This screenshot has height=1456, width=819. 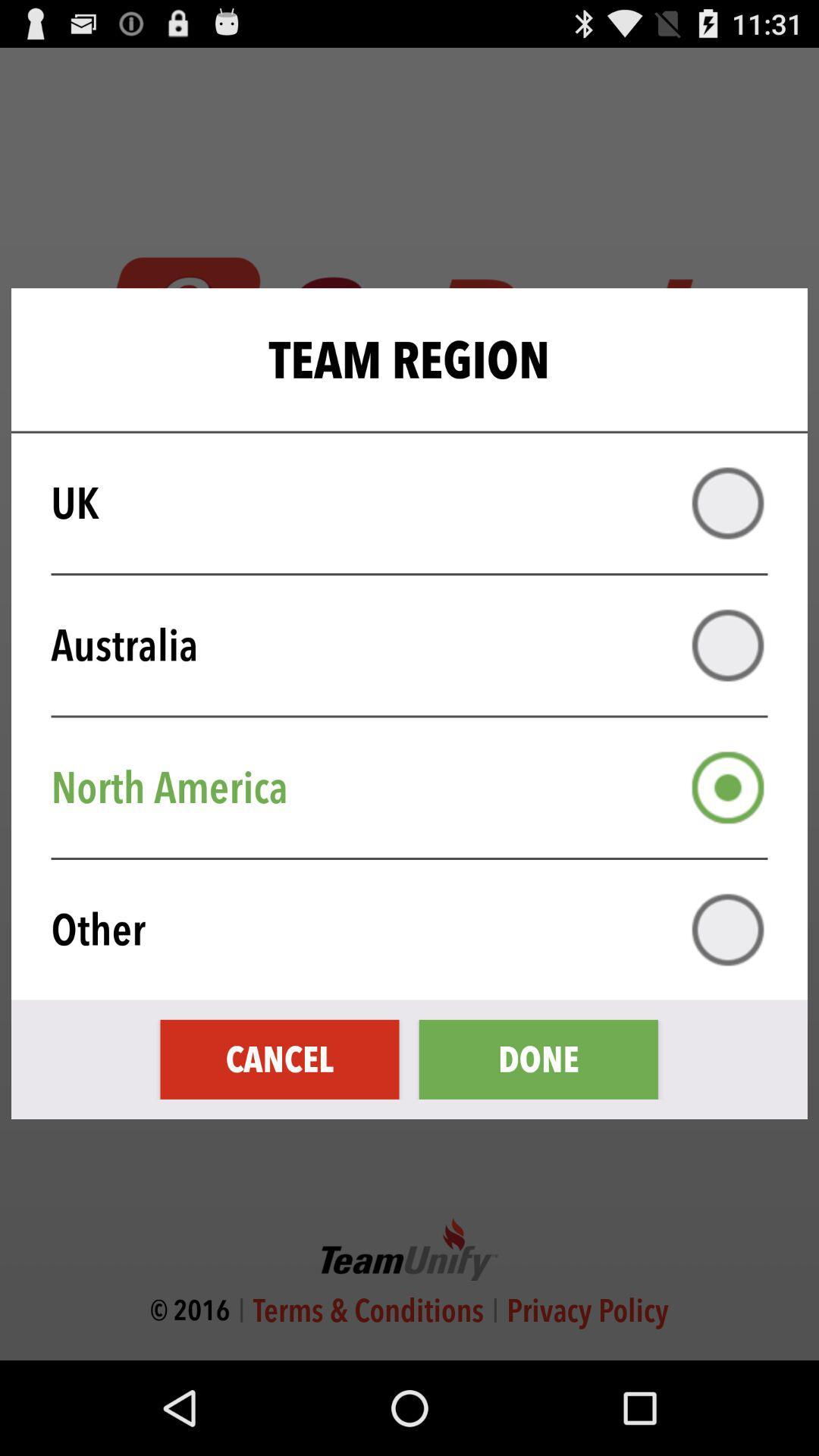 I want to click on item to the right of the cancel icon, so click(x=538, y=1059).